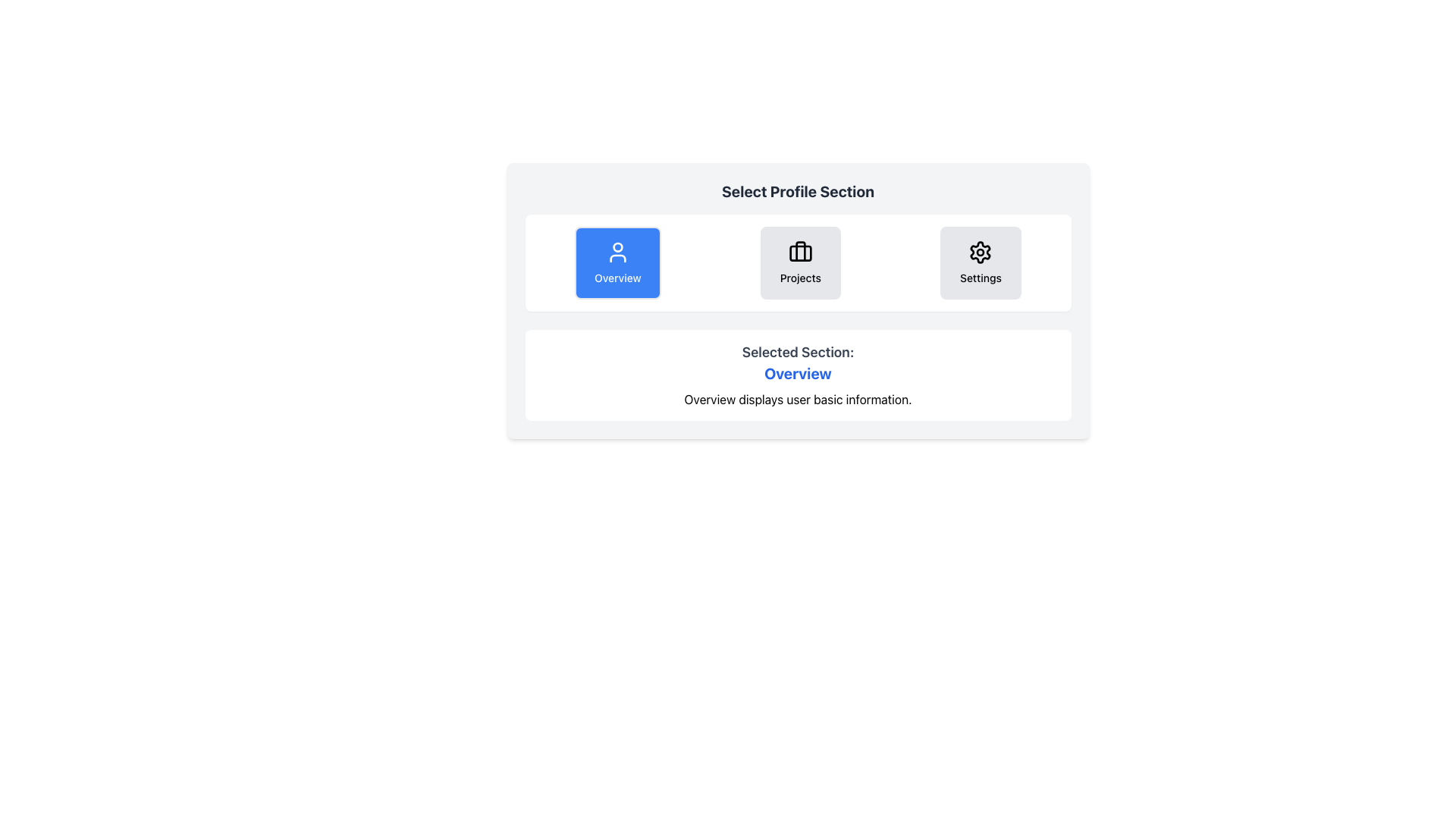 Image resolution: width=1456 pixels, height=819 pixels. What do you see at coordinates (981, 251) in the screenshot?
I see `the gear-shaped icon located to the right of the 'Projects' icon in the profile section` at bounding box center [981, 251].